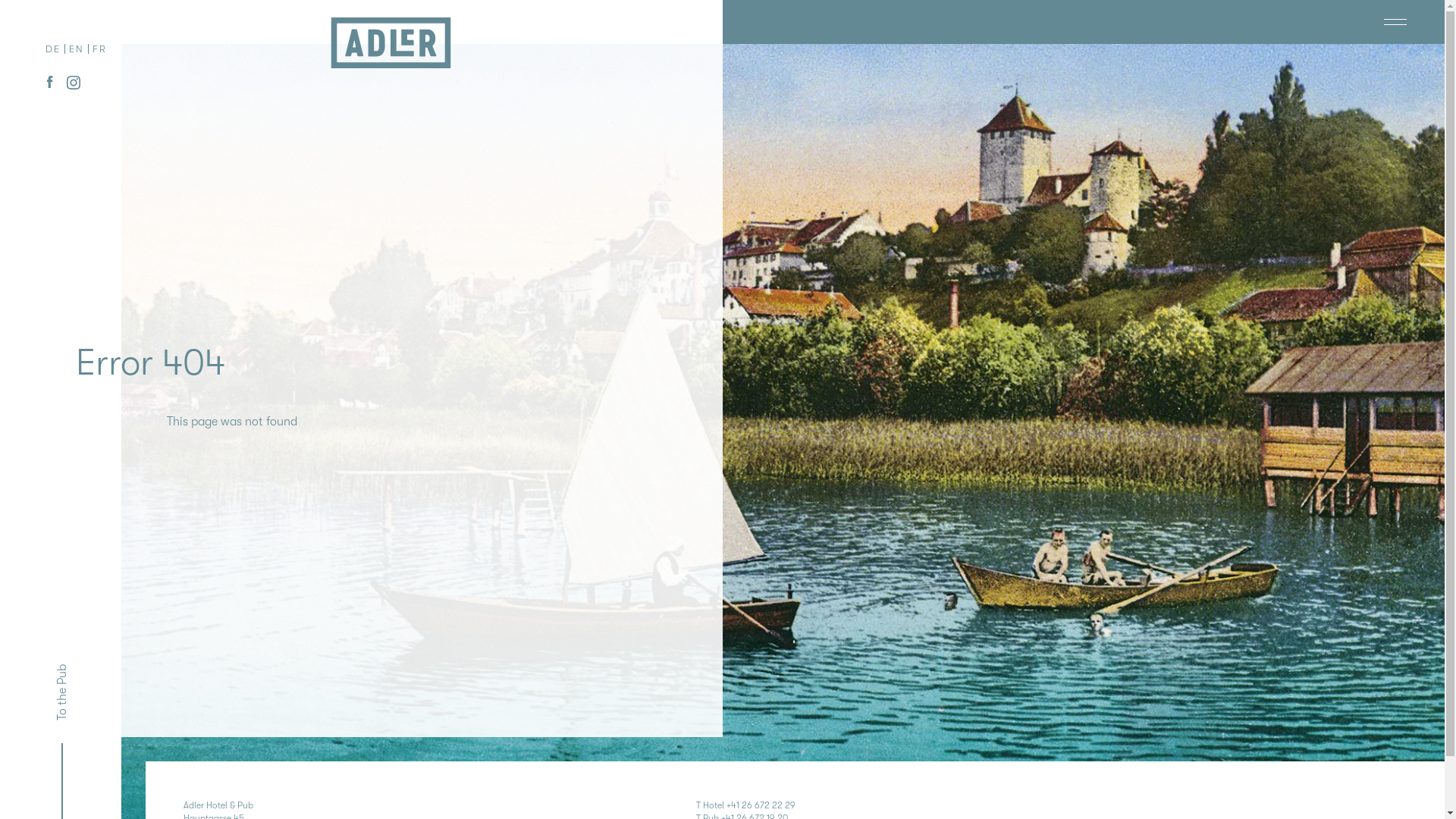  Describe the element at coordinates (1339, 22) in the screenshot. I see `'Freiburger Falle'` at that location.